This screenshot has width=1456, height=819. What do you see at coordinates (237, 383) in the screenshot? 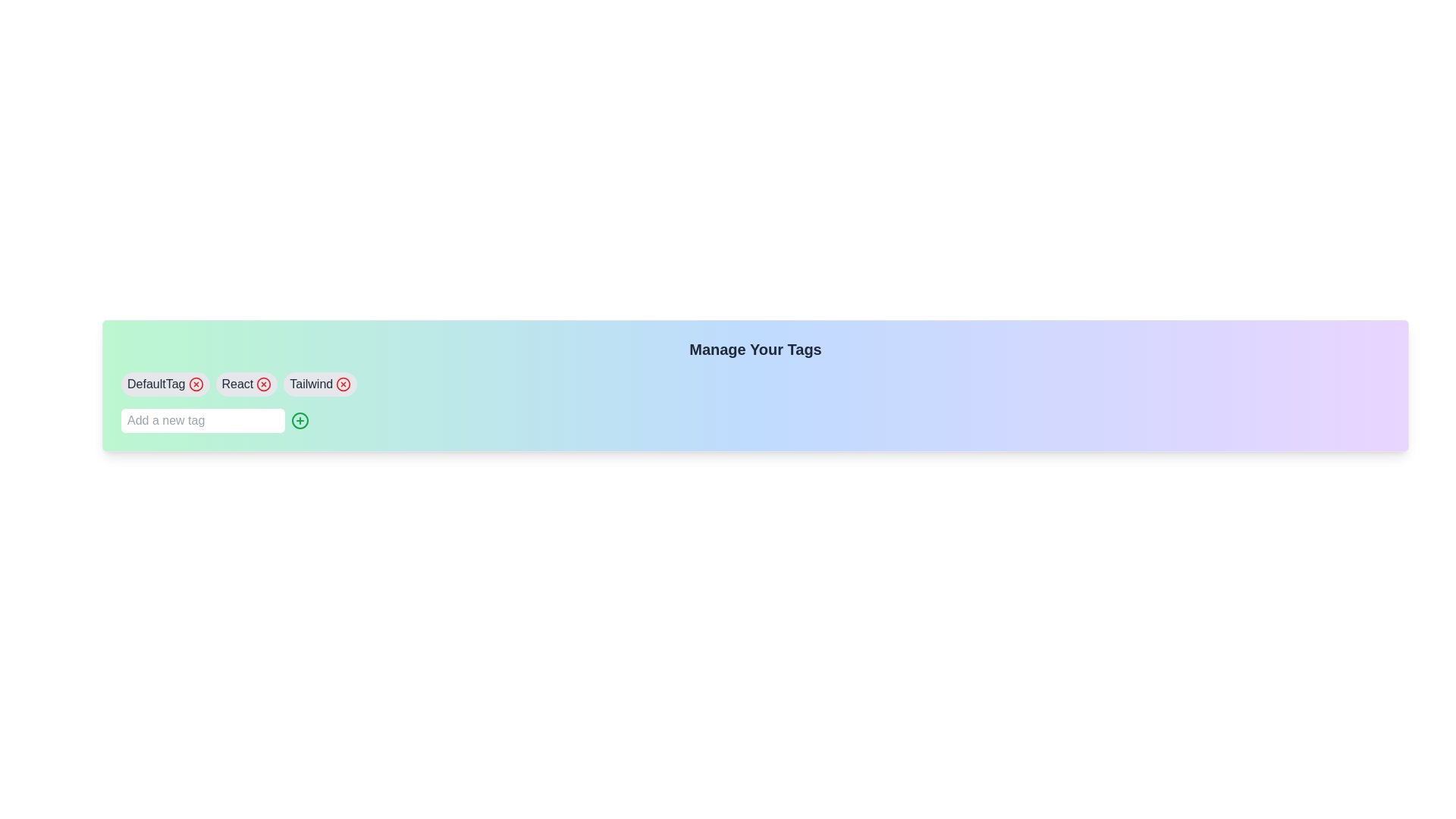
I see `the static text label 'React' which is styled in a sans-serif font and appears in a tag-like UI with rounded corners and a gray background` at bounding box center [237, 383].